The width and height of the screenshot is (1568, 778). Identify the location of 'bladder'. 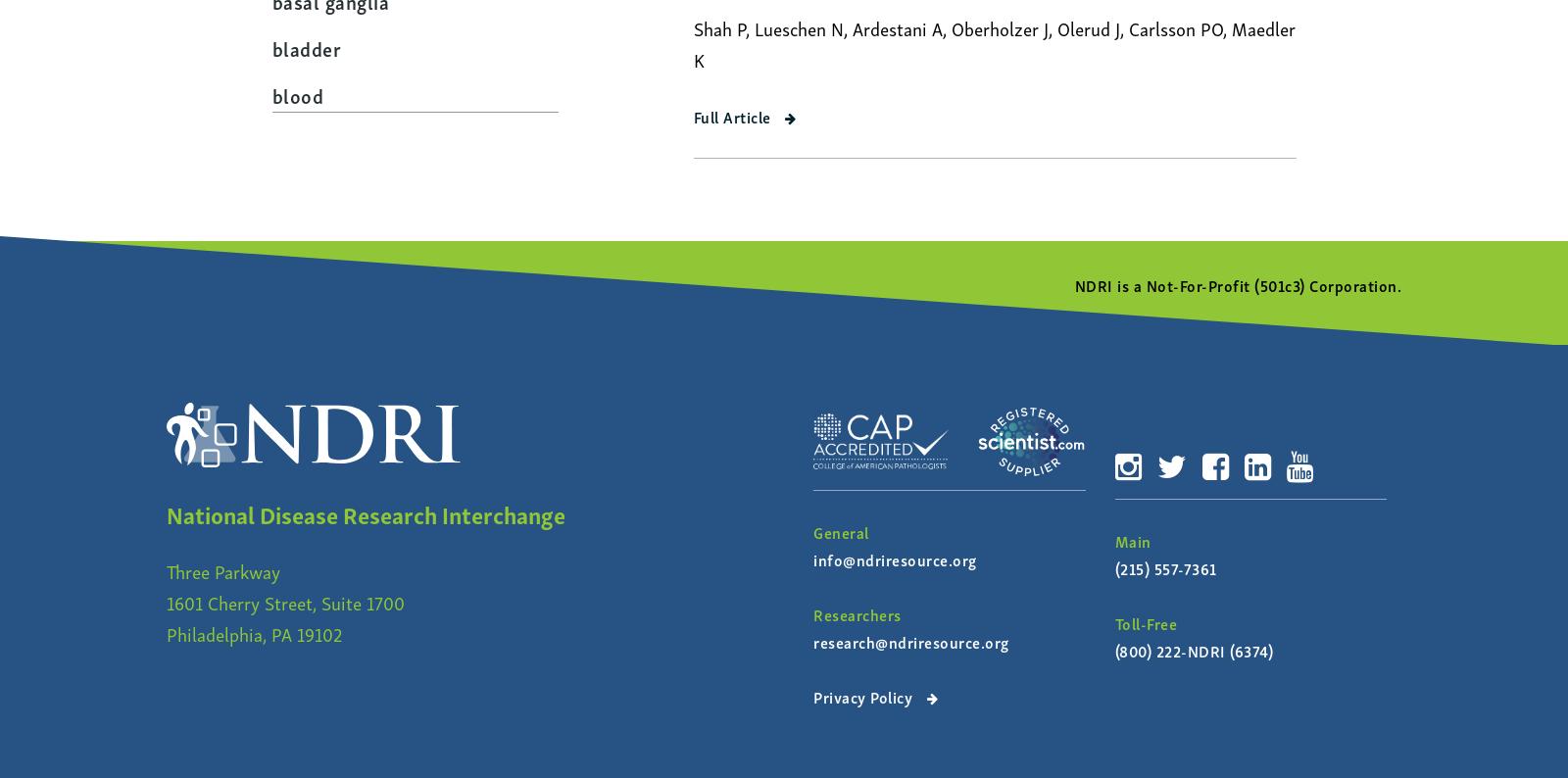
(270, 47).